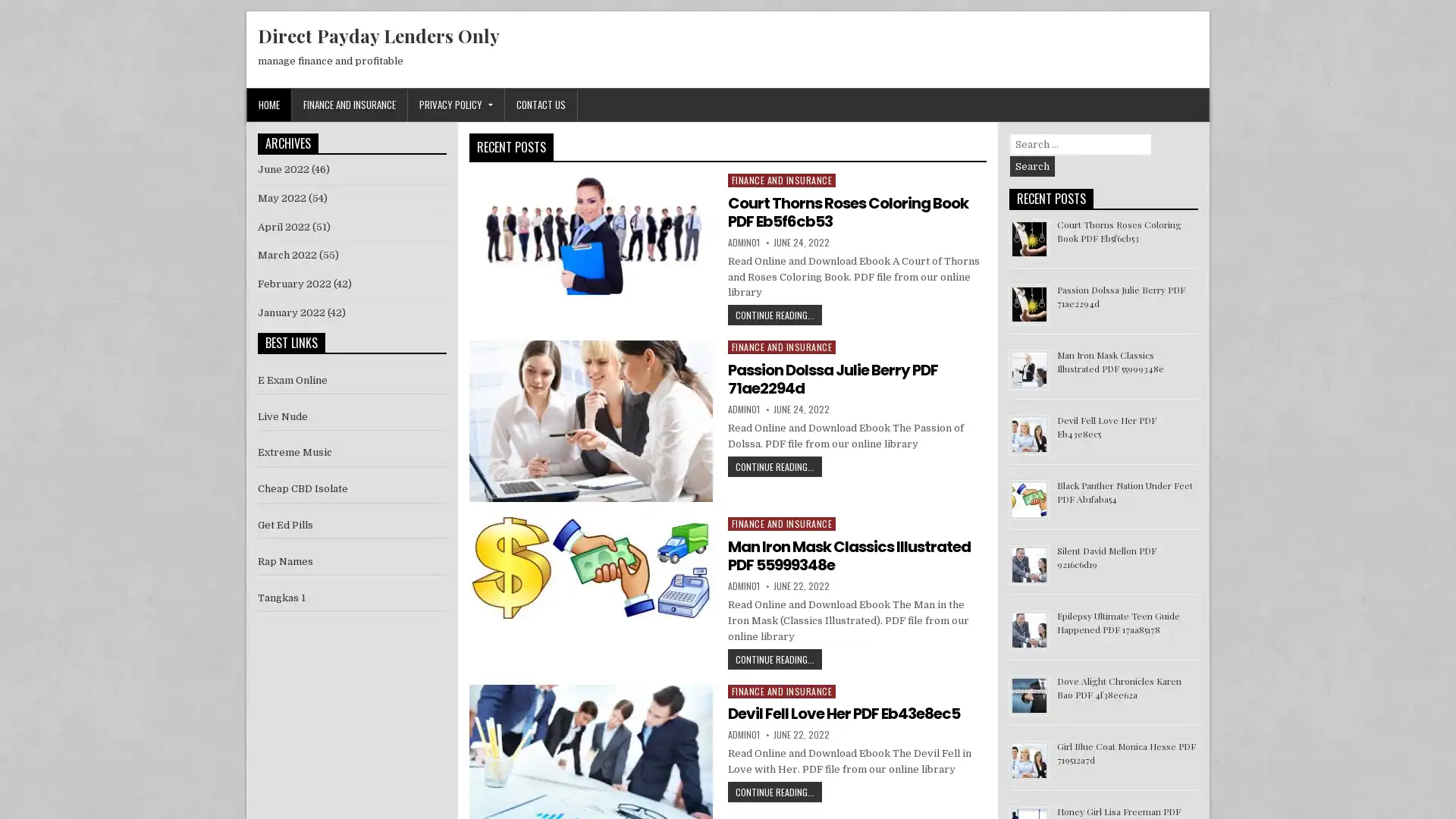 The height and width of the screenshot is (819, 1456). Describe the element at coordinates (1031, 166) in the screenshot. I see `Search` at that location.